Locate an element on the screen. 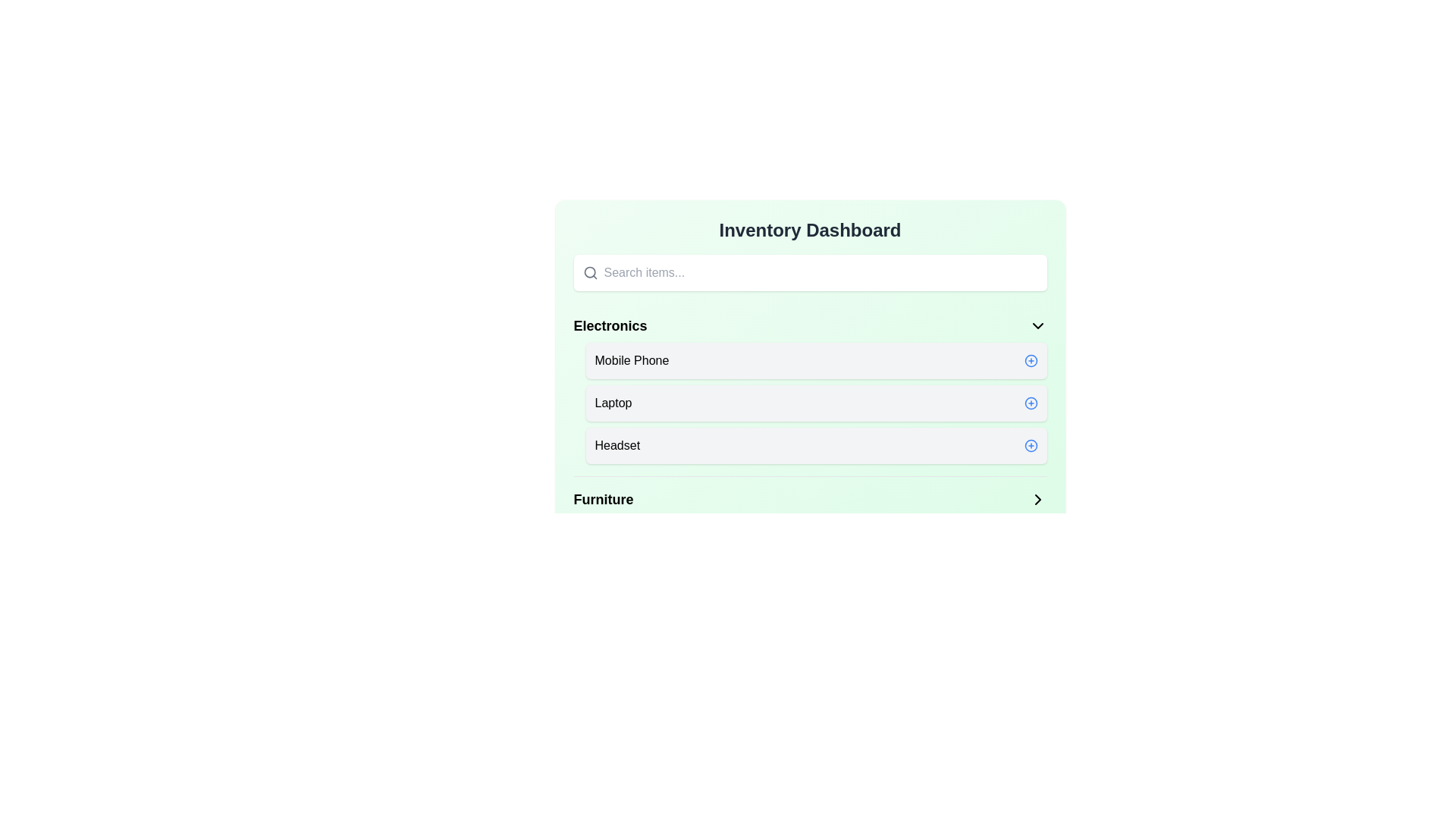  'Plus' button next to the item 'Mobile Phone' to add it is located at coordinates (1031, 360).